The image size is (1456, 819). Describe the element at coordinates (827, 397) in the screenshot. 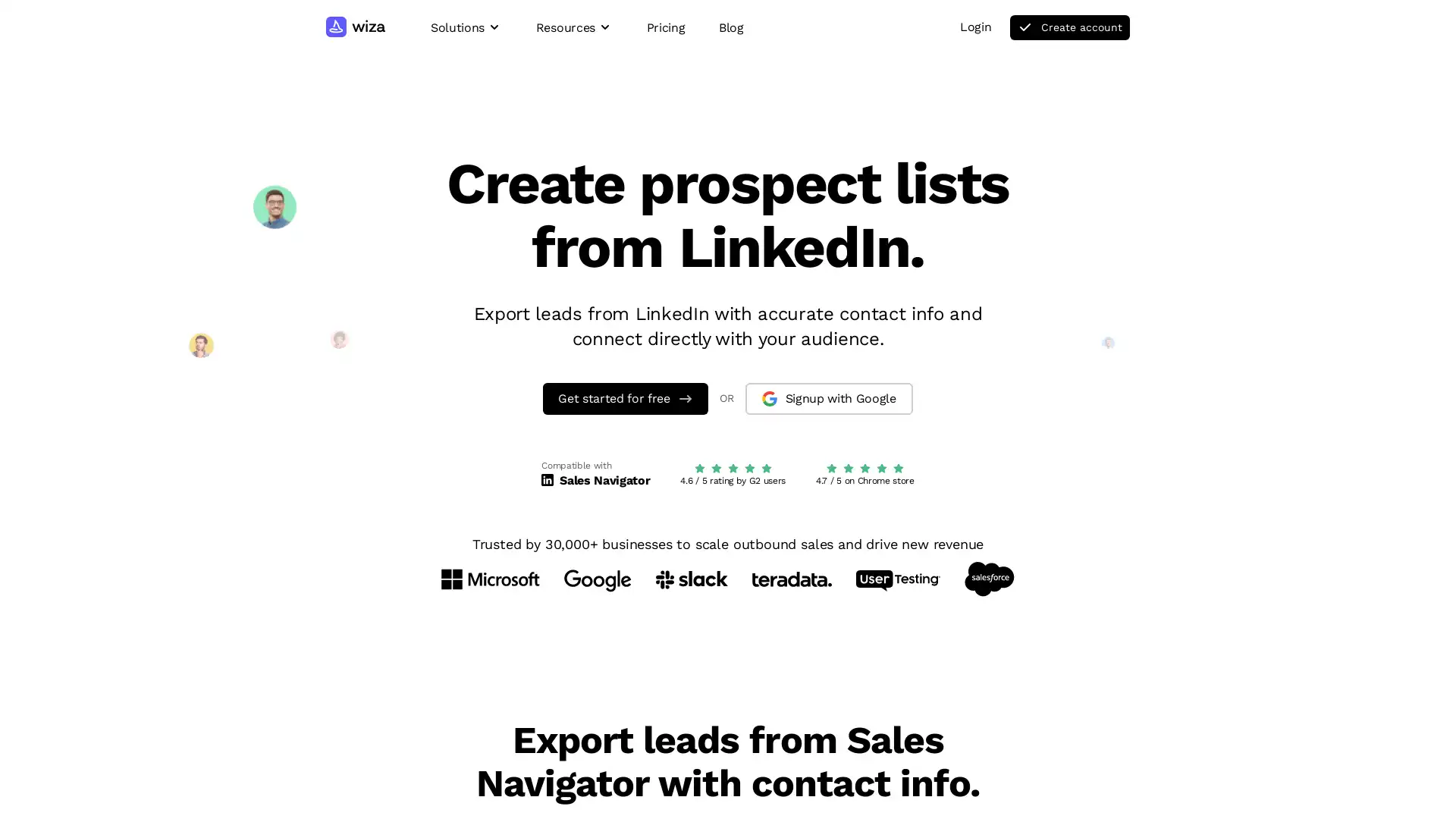

I see `Signup with Google` at that location.